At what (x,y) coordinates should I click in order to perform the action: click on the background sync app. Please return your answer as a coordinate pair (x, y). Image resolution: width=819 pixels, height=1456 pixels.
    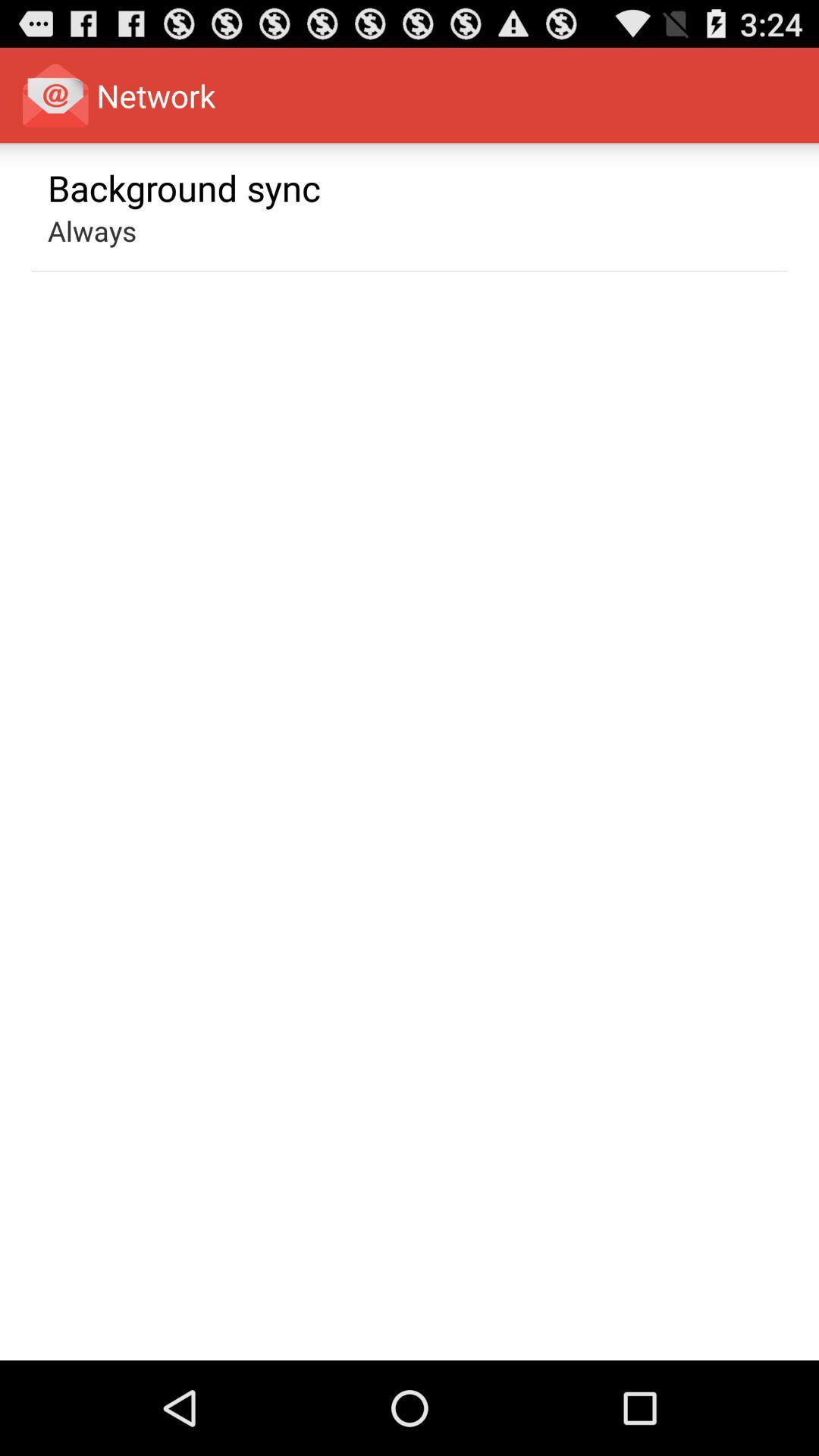
    Looking at the image, I should click on (184, 187).